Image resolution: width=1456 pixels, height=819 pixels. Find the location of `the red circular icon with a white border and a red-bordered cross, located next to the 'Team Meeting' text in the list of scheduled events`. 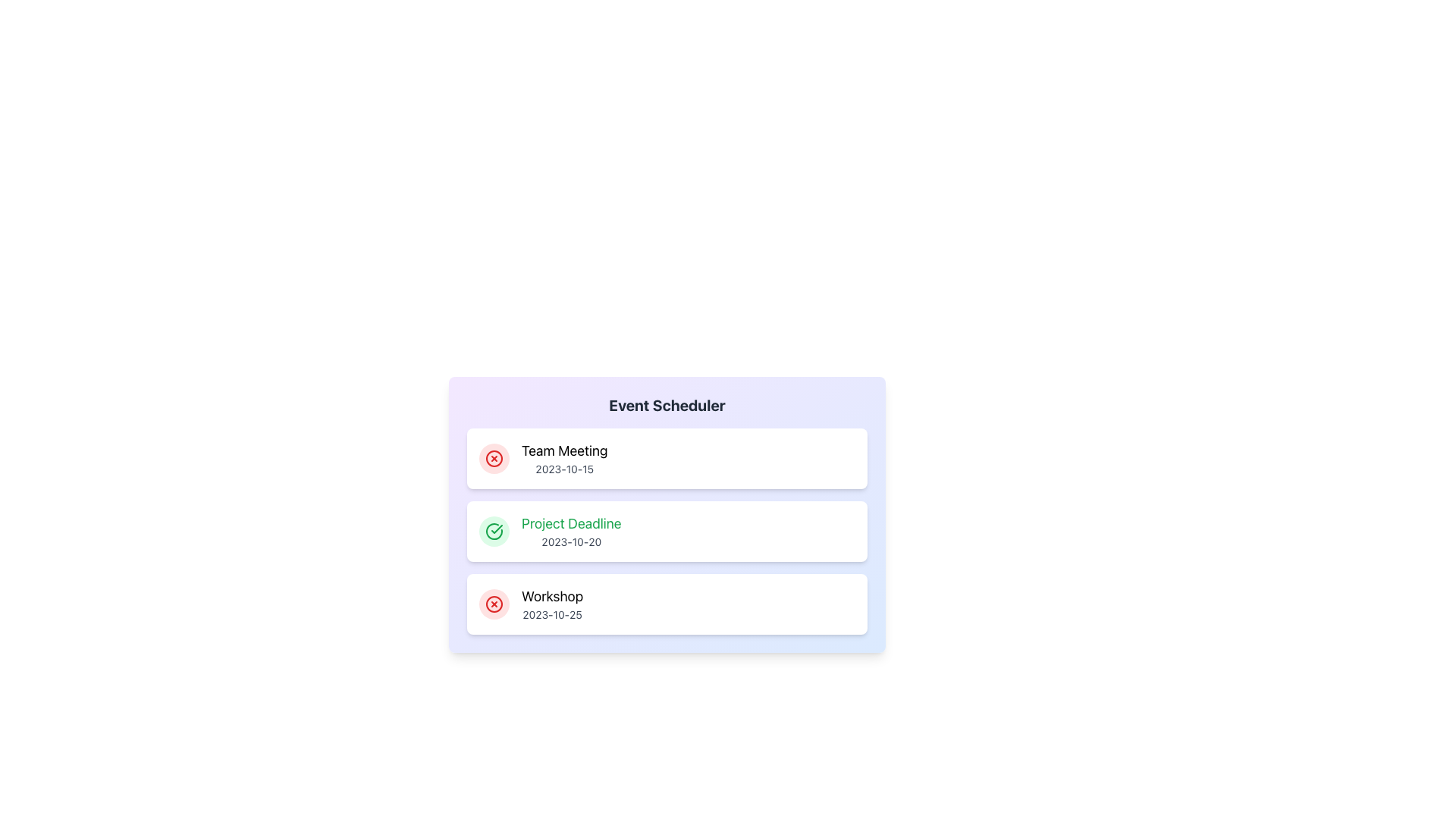

the red circular icon with a white border and a red-bordered cross, located next to the 'Team Meeting' text in the list of scheduled events is located at coordinates (494, 458).